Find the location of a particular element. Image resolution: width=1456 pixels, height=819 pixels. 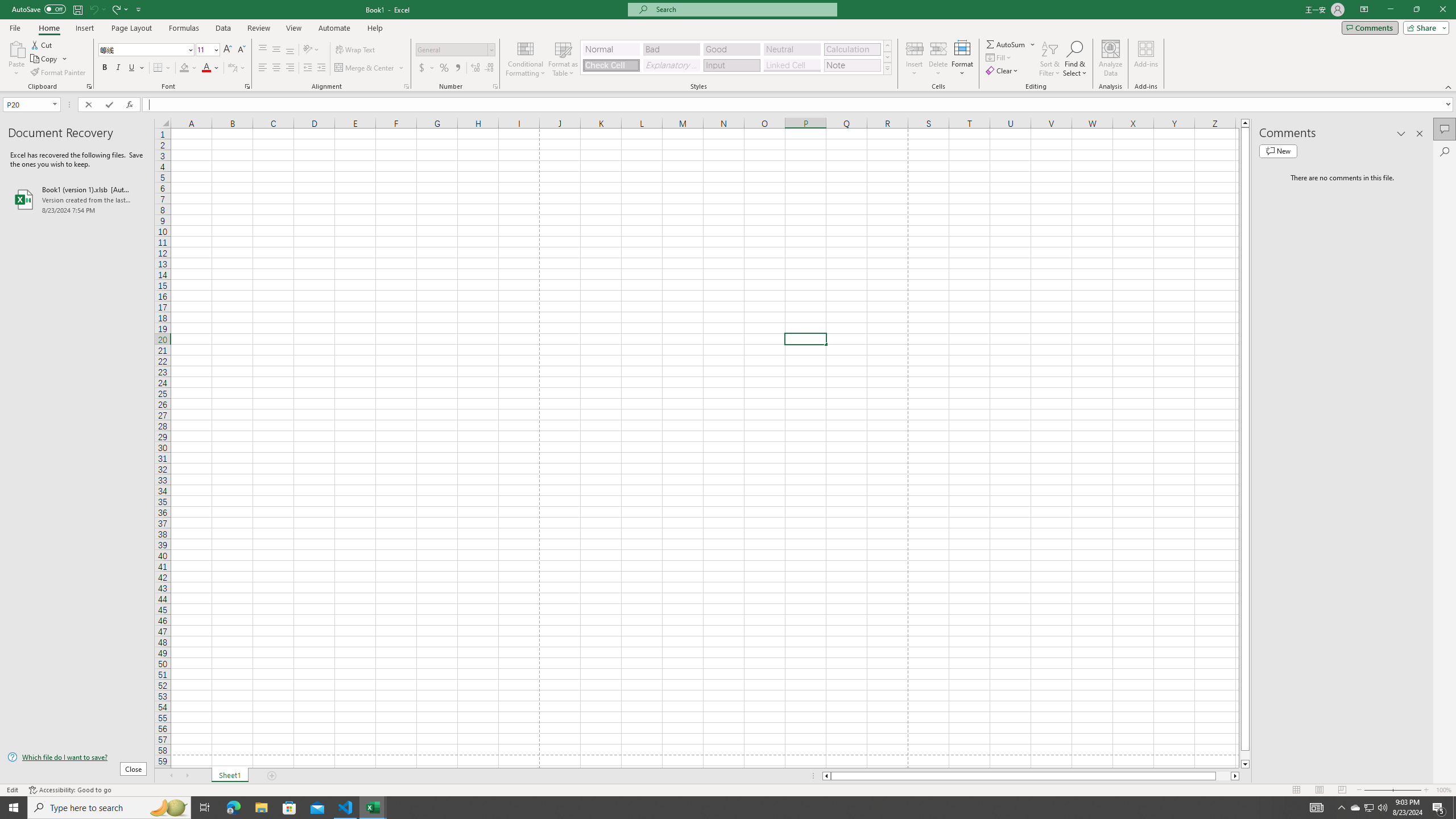

'Restore Down' is located at coordinates (1416, 9).